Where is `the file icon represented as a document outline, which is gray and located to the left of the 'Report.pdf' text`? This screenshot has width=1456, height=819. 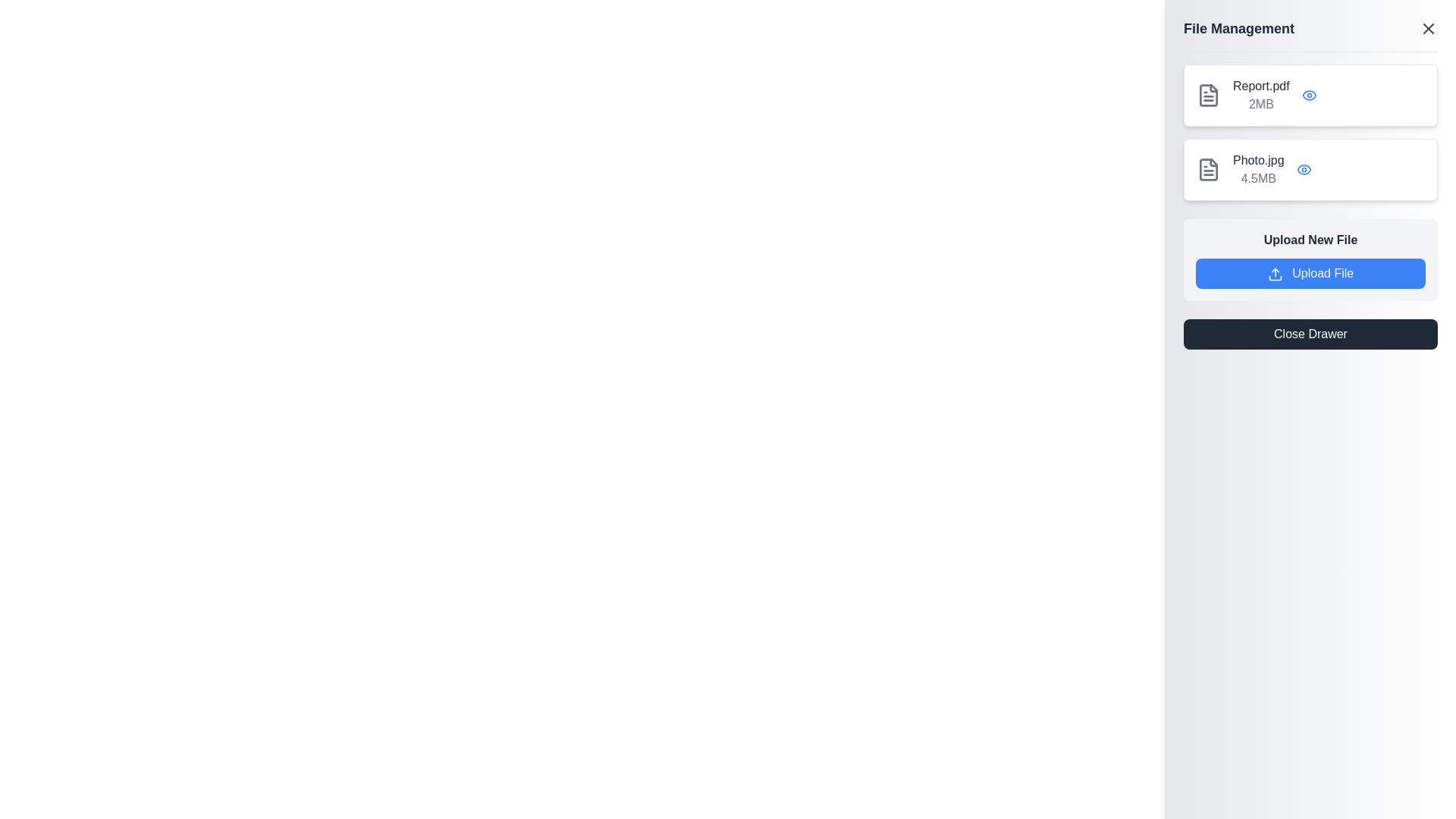
the file icon represented as a document outline, which is gray and located to the left of the 'Report.pdf' text is located at coordinates (1207, 96).